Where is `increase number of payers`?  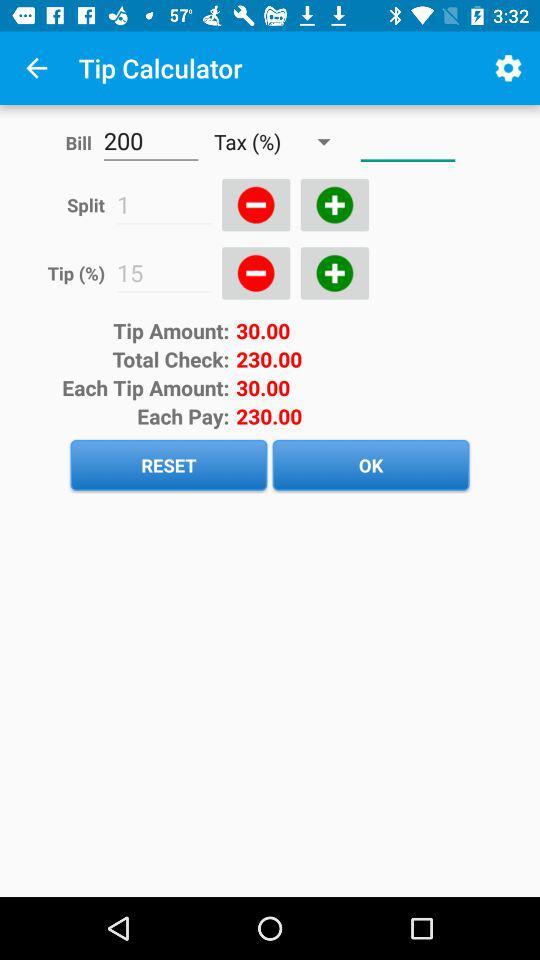 increase number of payers is located at coordinates (334, 205).